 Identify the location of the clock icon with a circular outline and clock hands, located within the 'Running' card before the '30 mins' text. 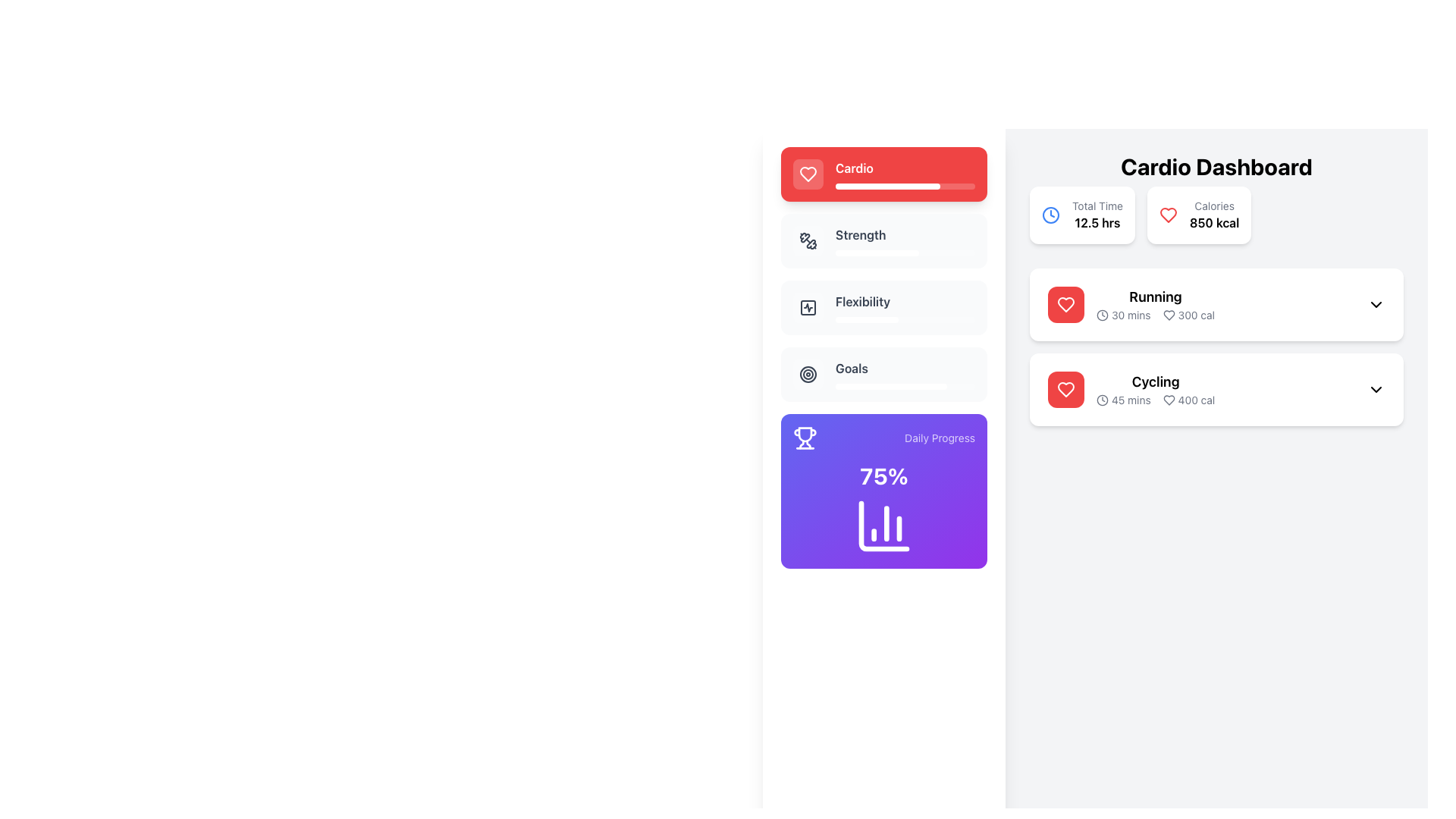
(1103, 315).